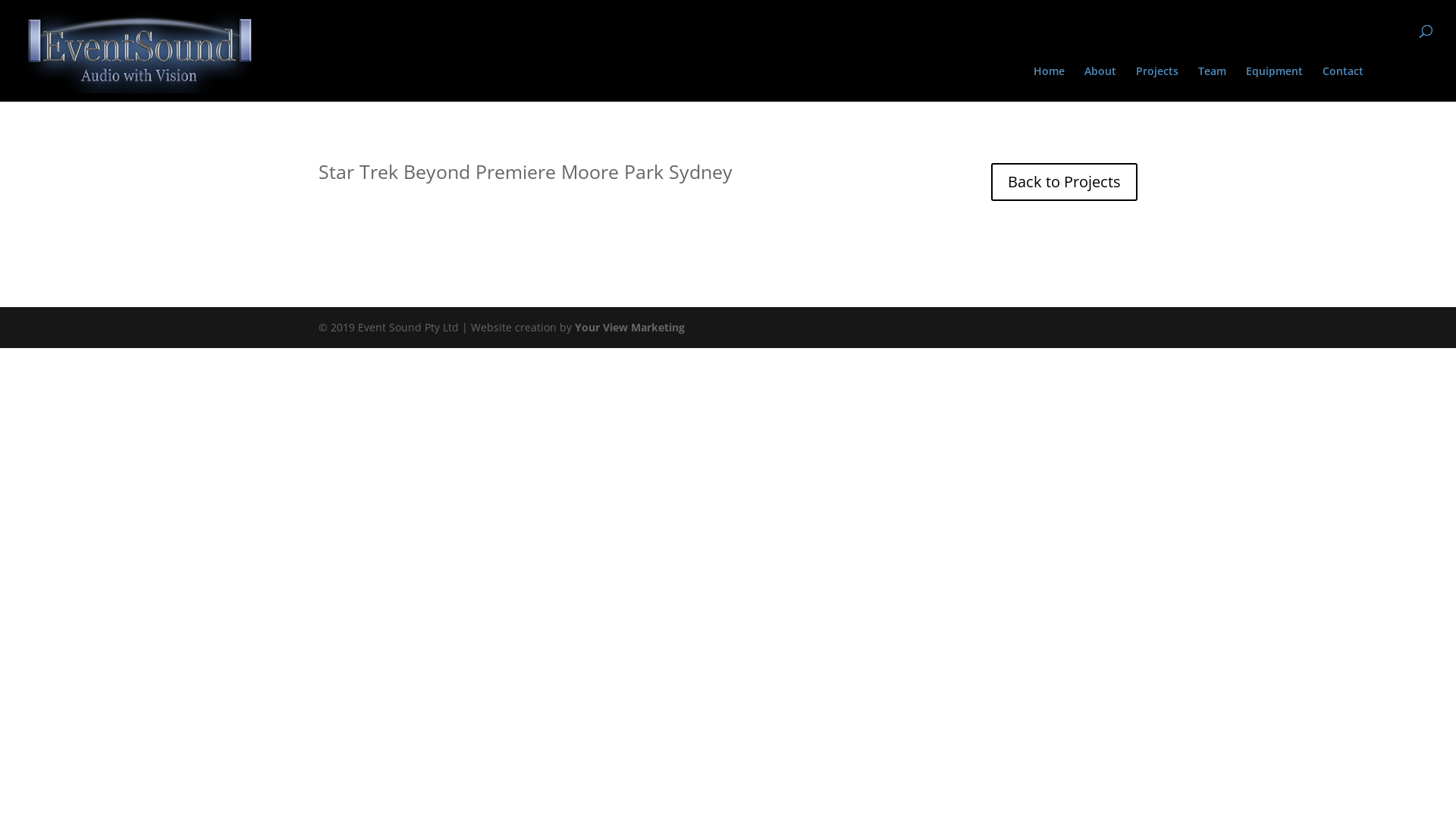 Image resolution: width=1456 pixels, height=819 pixels. I want to click on 'Equipment', so click(1274, 83).